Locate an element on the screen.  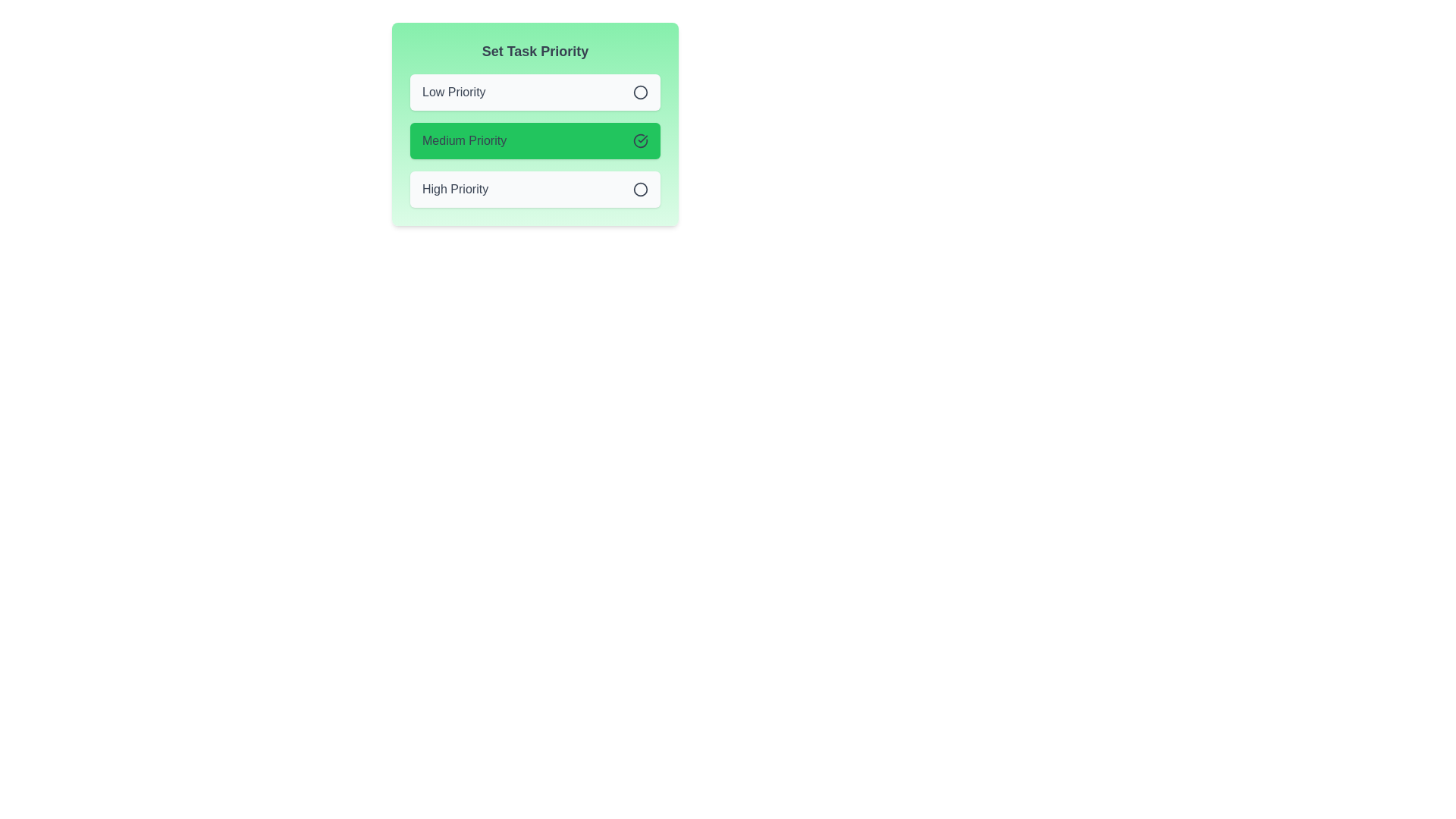
the 'Medium Priority' button is located at coordinates (535, 140).